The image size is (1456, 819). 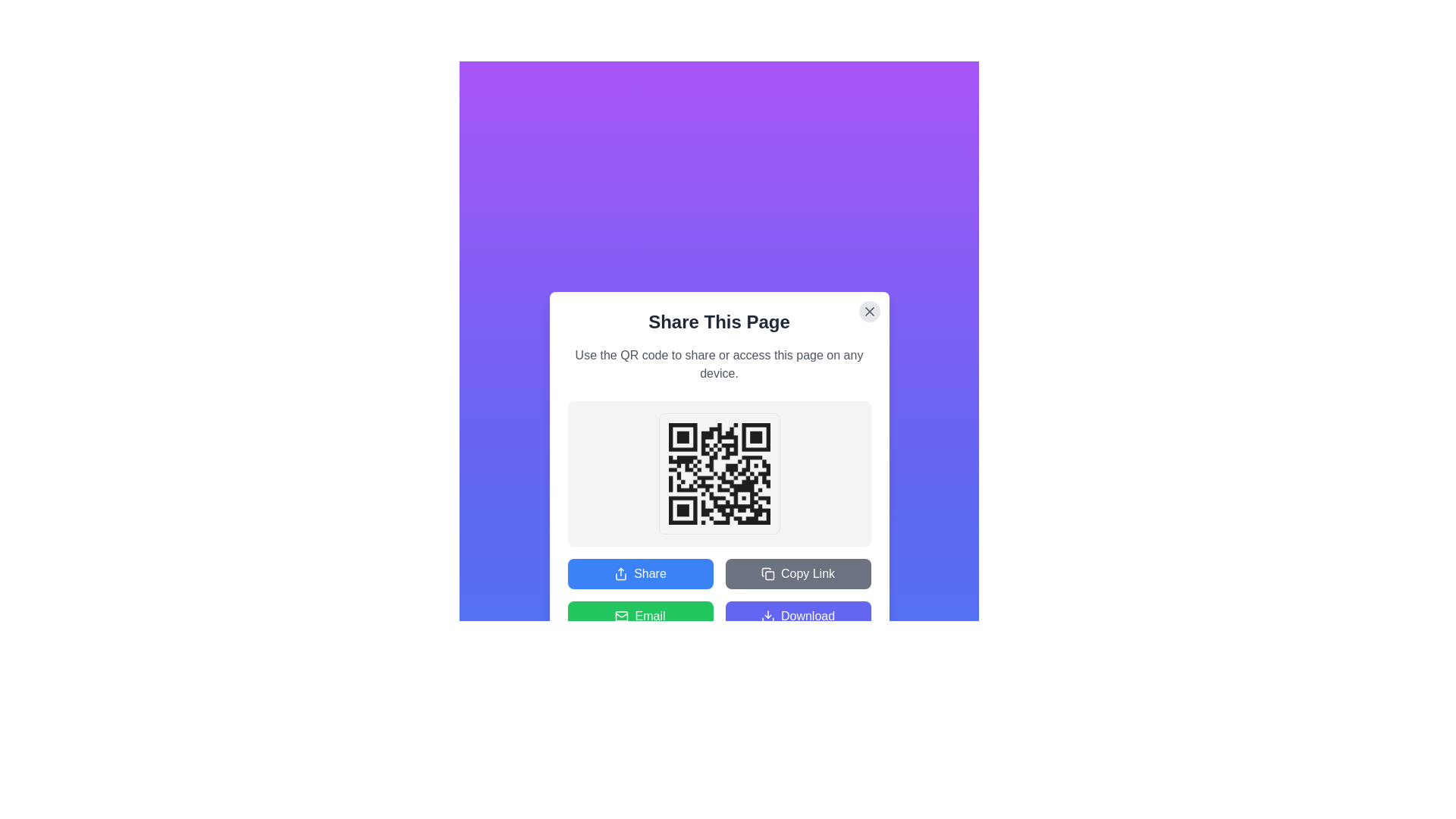 What do you see at coordinates (622, 617) in the screenshot?
I see `the email action icon within the Email button` at bounding box center [622, 617].